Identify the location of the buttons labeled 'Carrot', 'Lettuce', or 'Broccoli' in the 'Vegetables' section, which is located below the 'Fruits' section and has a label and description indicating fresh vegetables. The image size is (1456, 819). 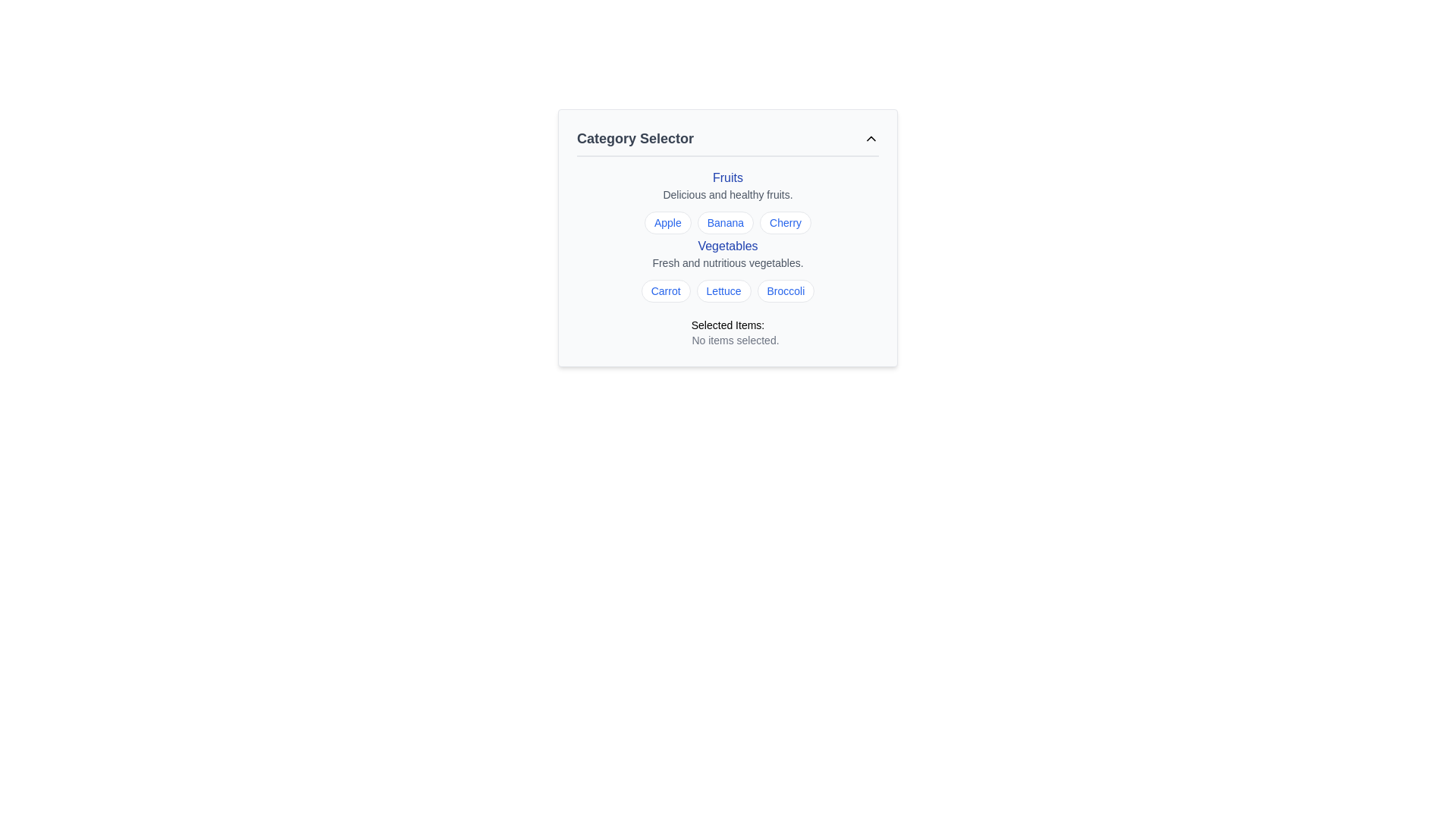
(728, 271).